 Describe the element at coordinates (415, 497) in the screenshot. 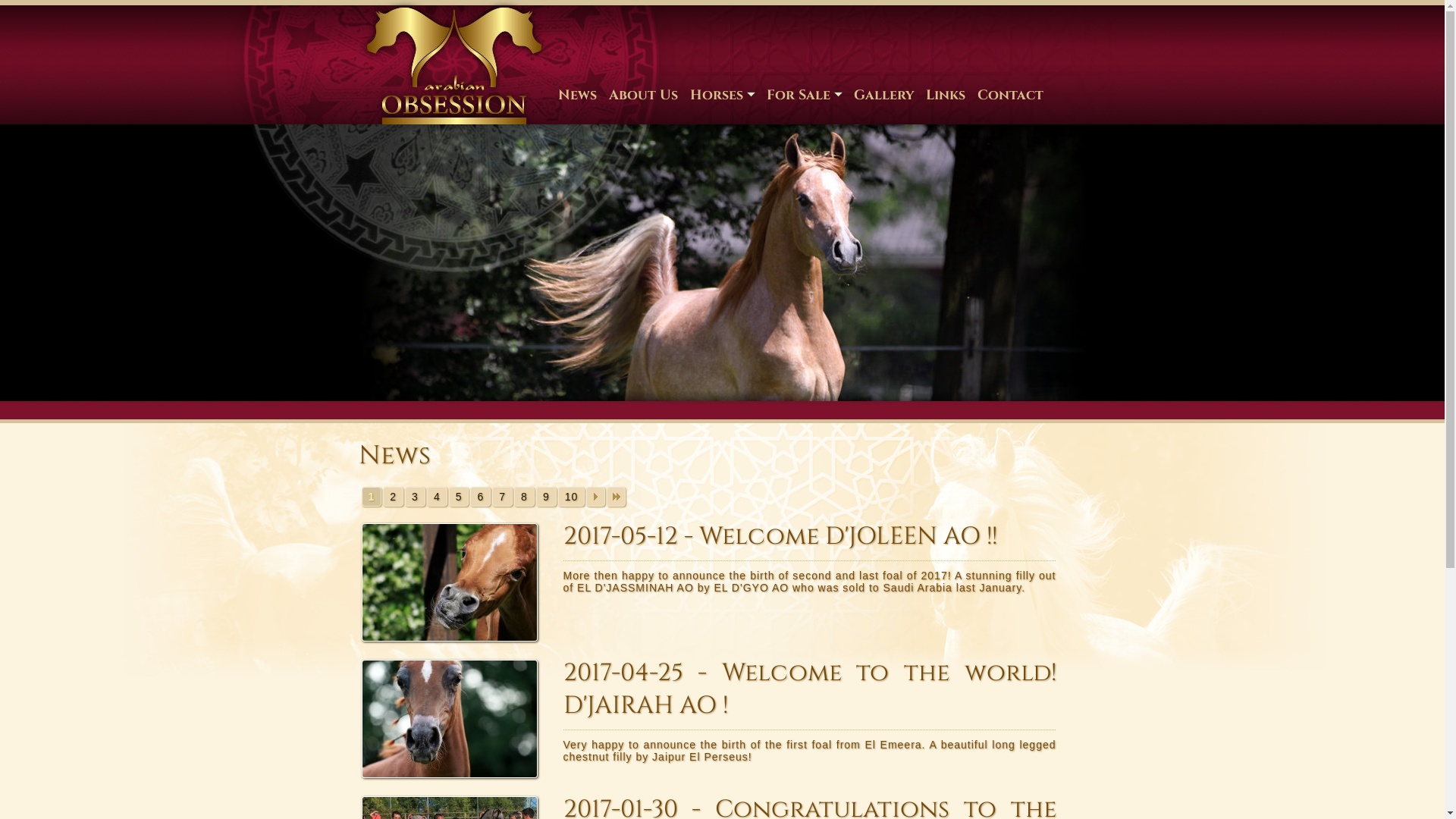

I see `'3'` at that location.